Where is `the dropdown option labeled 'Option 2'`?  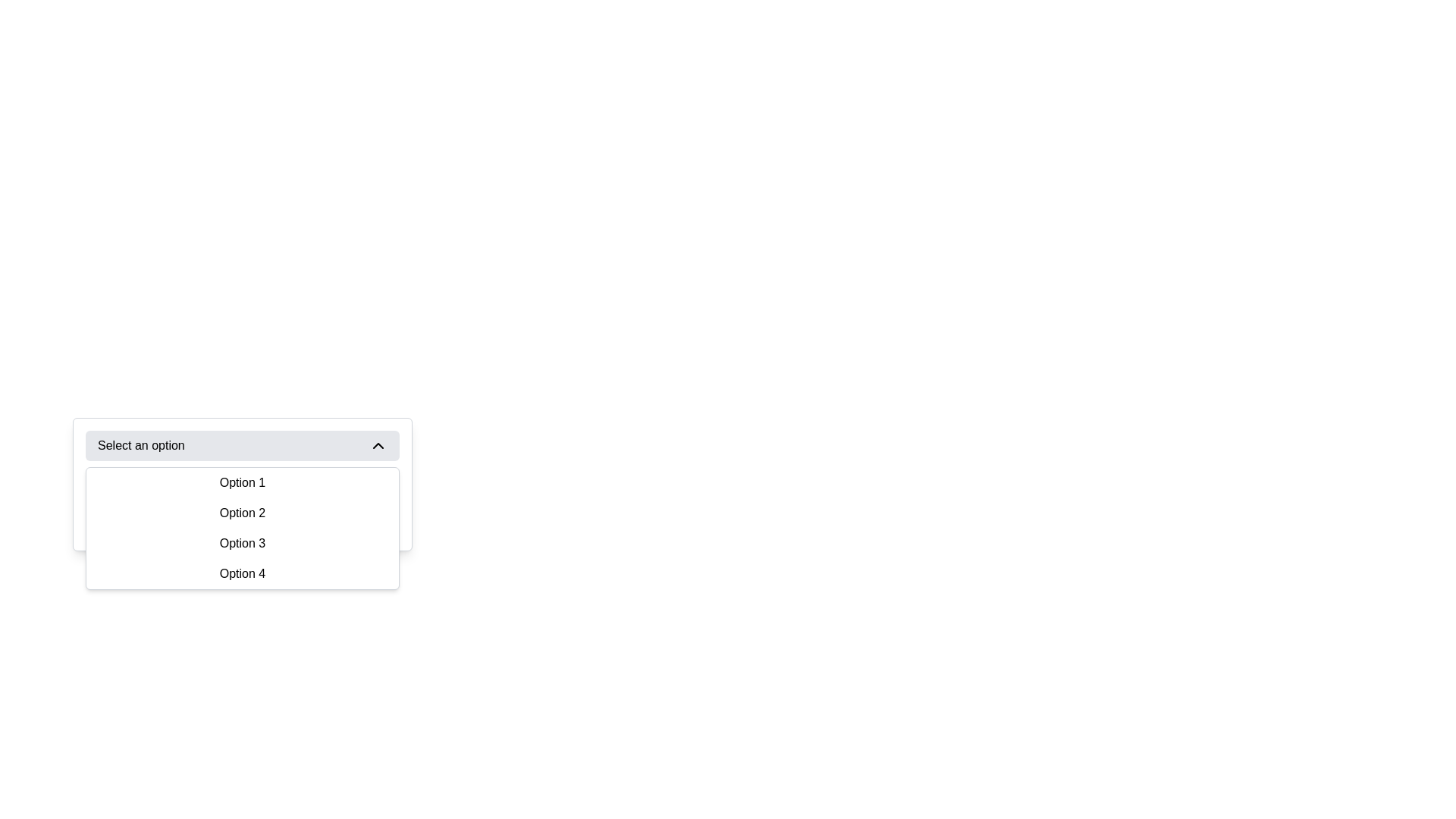 the dropdown option labeled 'Option 2' is located at coordinates (243, 513).